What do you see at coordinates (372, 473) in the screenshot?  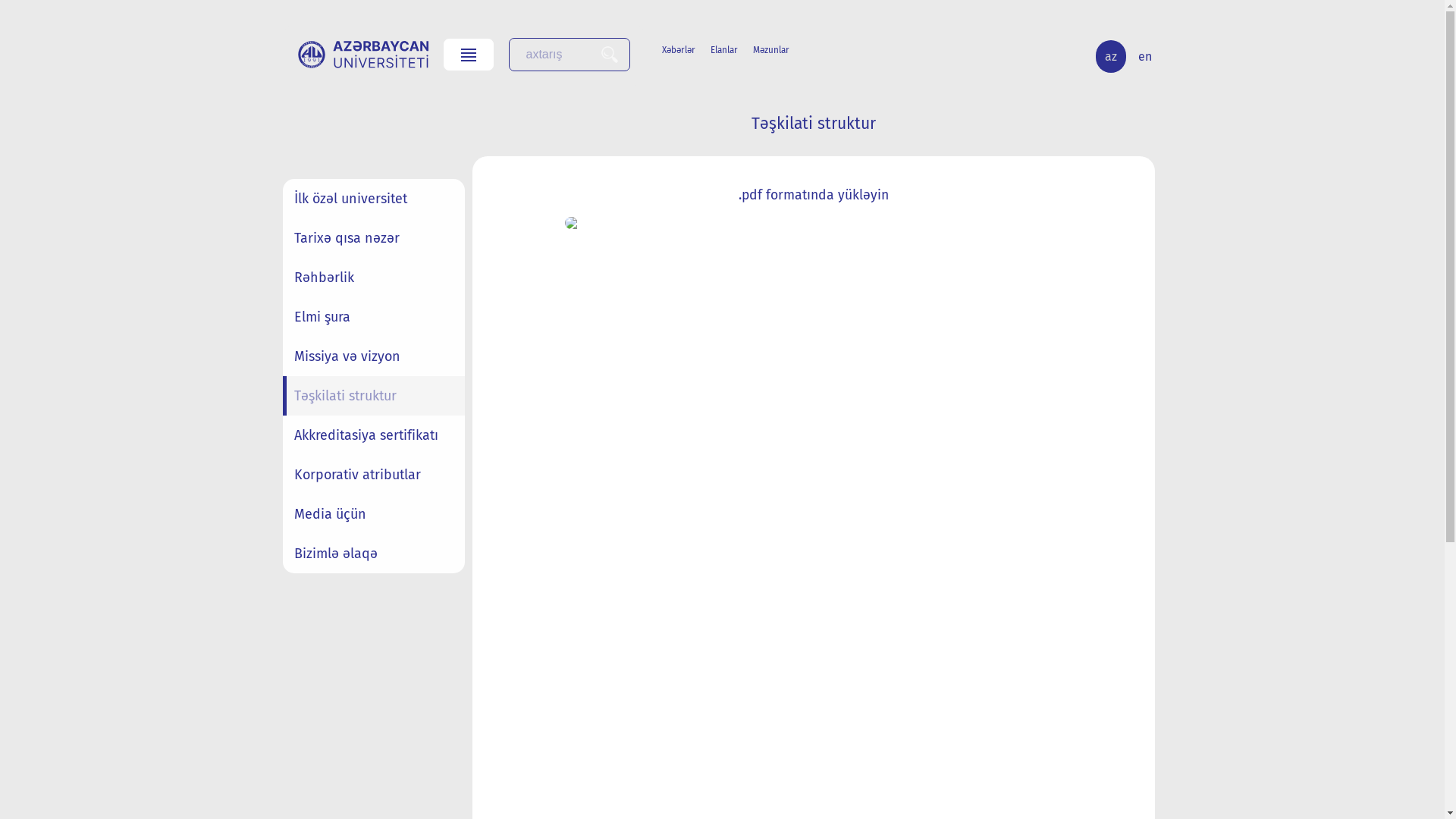 I see `'Korporativ atributlar'` at bounding box center [372, 473].